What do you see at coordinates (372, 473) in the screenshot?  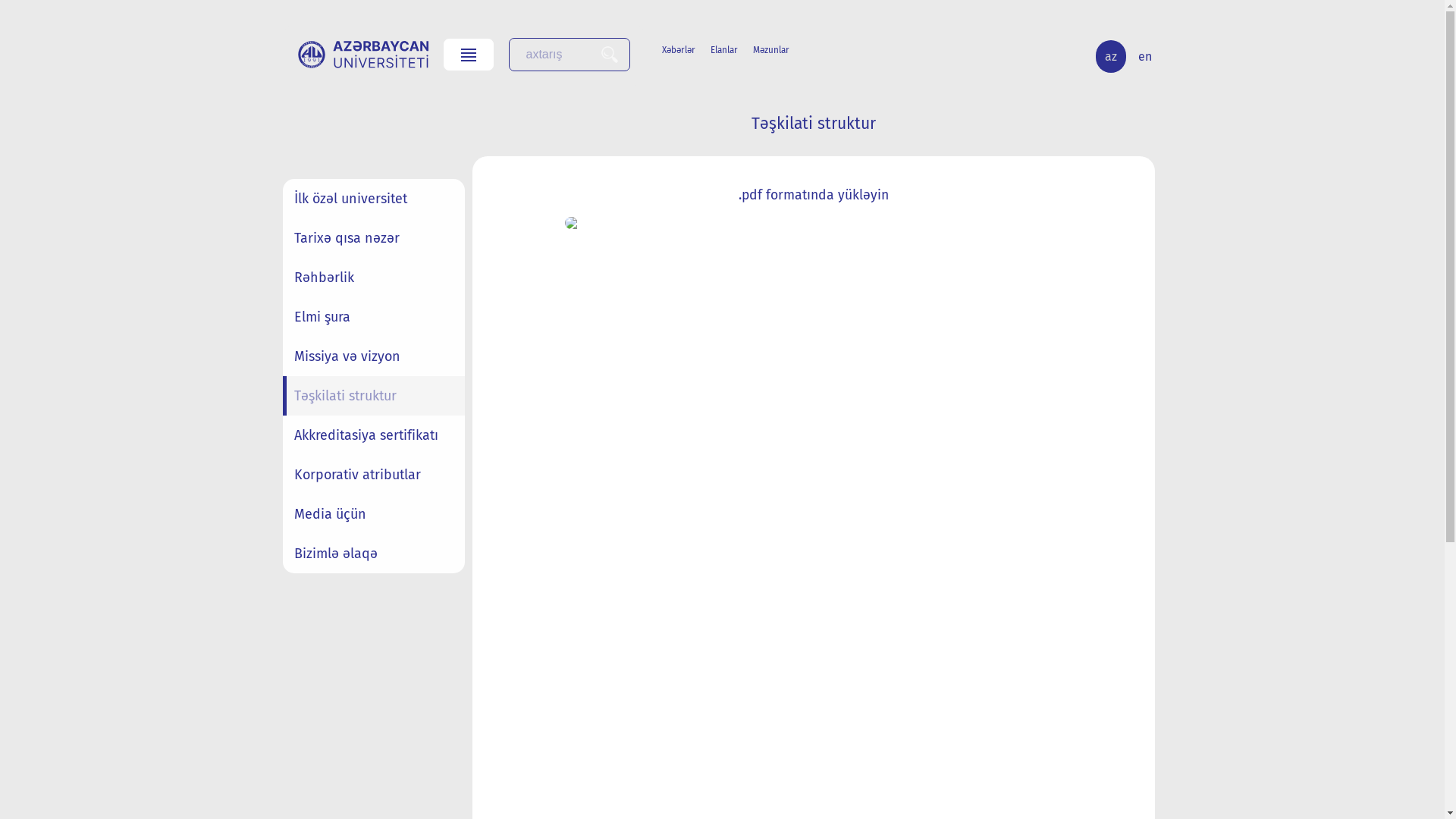 I see `'Korporativ atributlar'` at bounding box center [372, 473].